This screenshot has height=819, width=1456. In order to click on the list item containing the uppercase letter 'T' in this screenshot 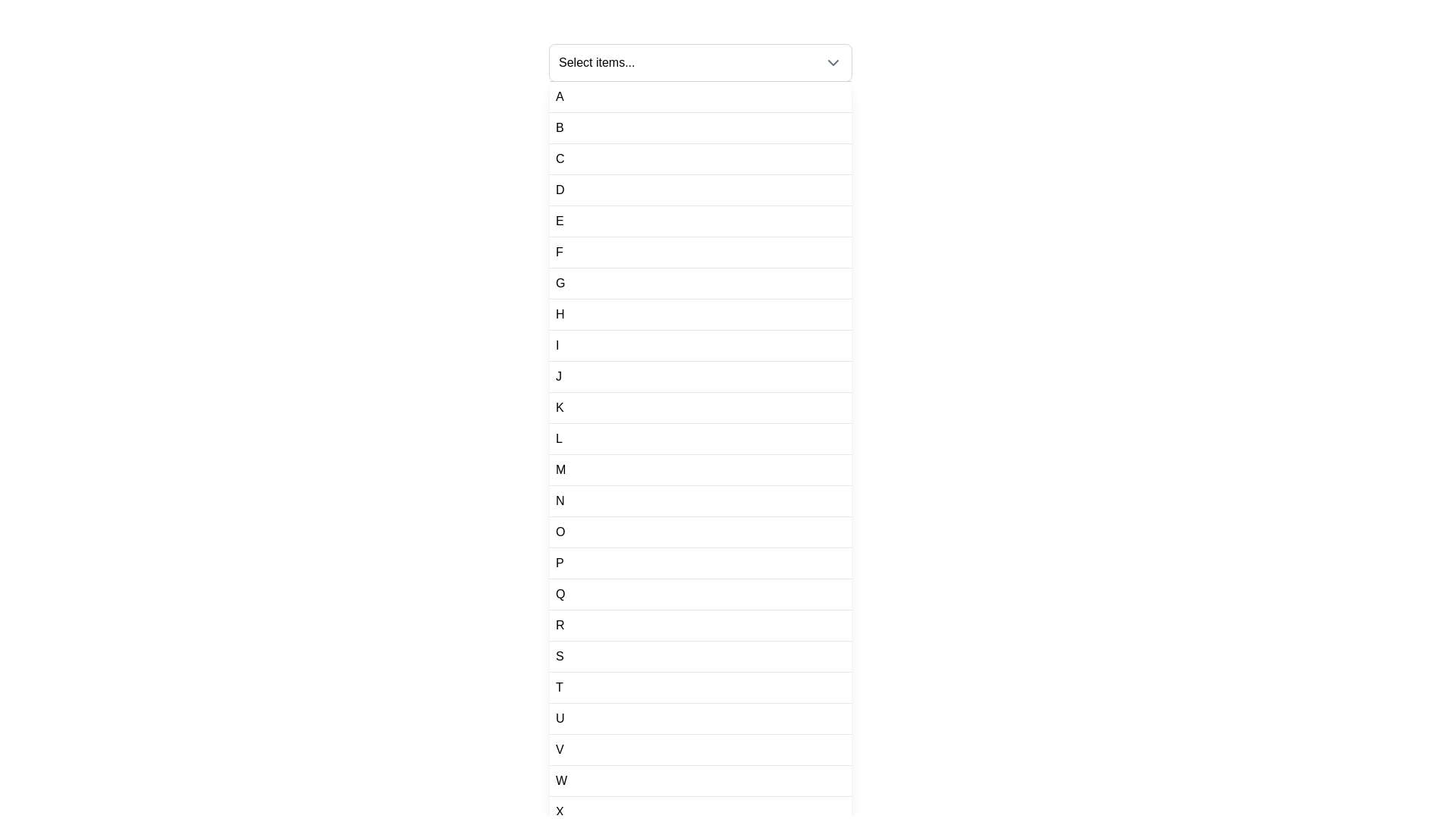, I will do `click(558, 687)`.